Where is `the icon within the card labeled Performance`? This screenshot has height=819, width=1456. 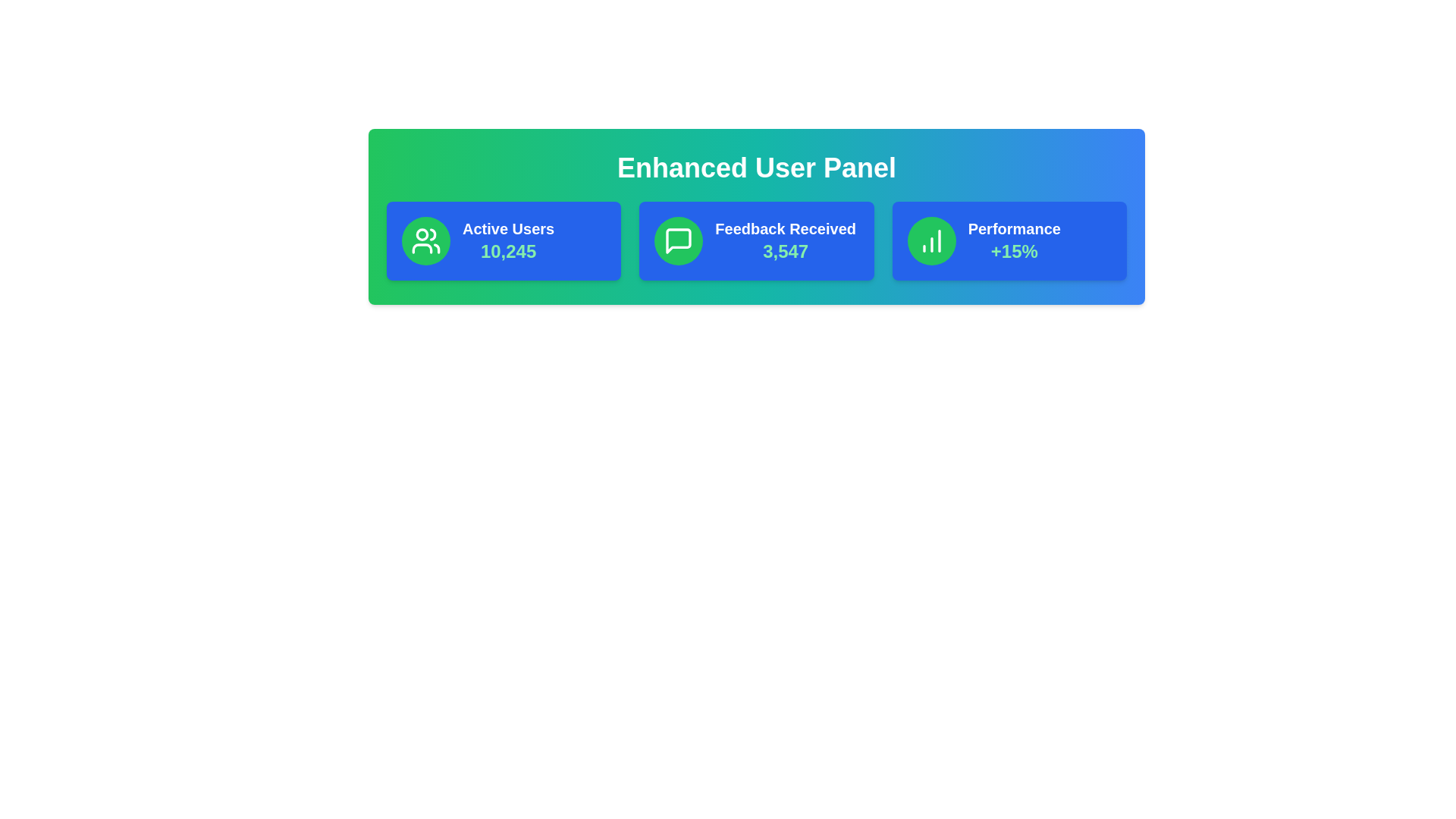
the icon within the card labeled Performance is located at coordinates (930, 240).